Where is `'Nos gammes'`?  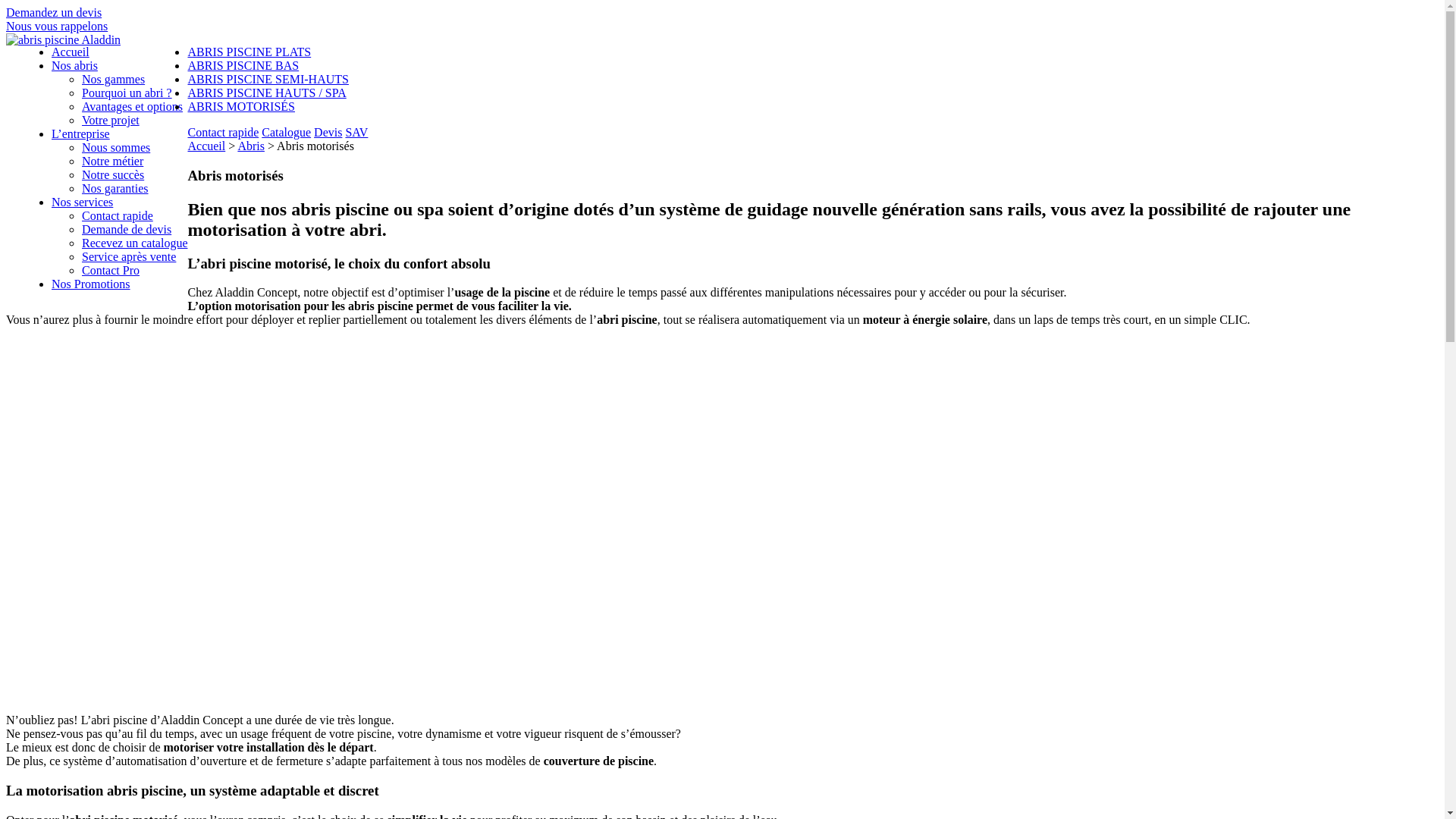 'Nos gammes' is located at coordinates (112, 79).